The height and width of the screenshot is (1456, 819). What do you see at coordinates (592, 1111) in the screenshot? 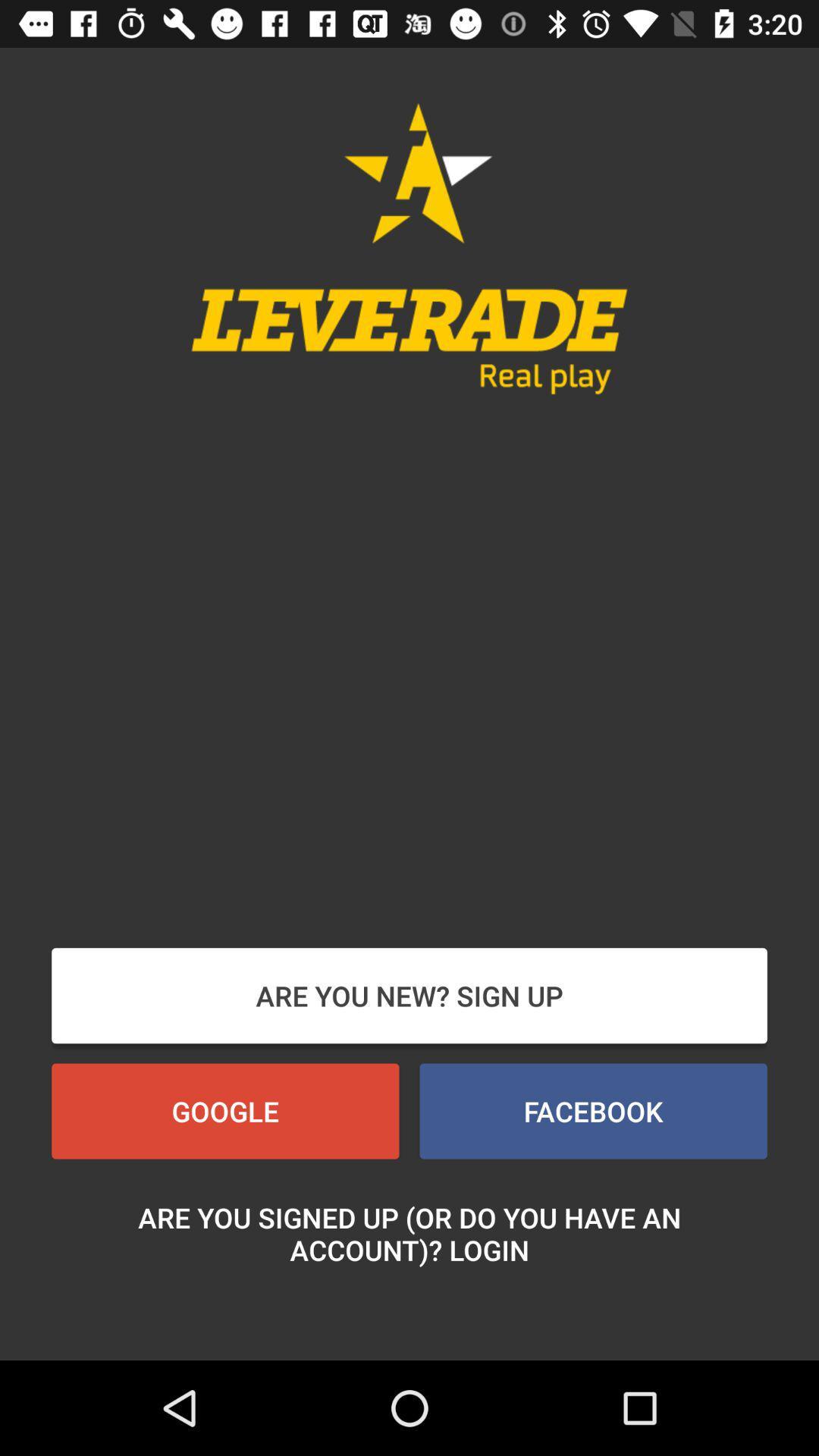
I see `the facebook` at bounding box center [592, 1111].